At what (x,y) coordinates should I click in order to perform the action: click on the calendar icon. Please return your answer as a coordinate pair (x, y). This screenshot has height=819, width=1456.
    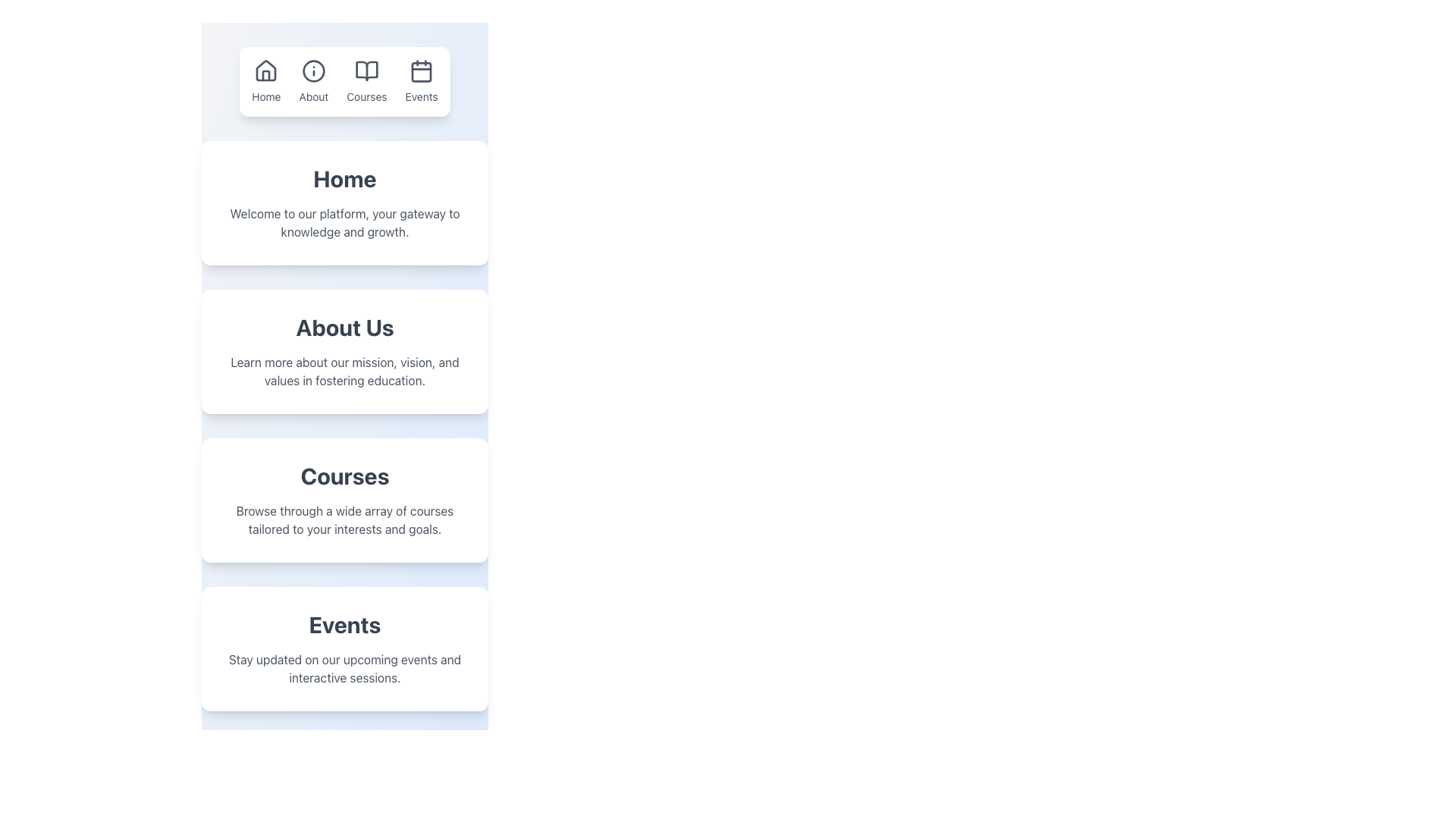
    Looking at the image, I should click on (422, 71).